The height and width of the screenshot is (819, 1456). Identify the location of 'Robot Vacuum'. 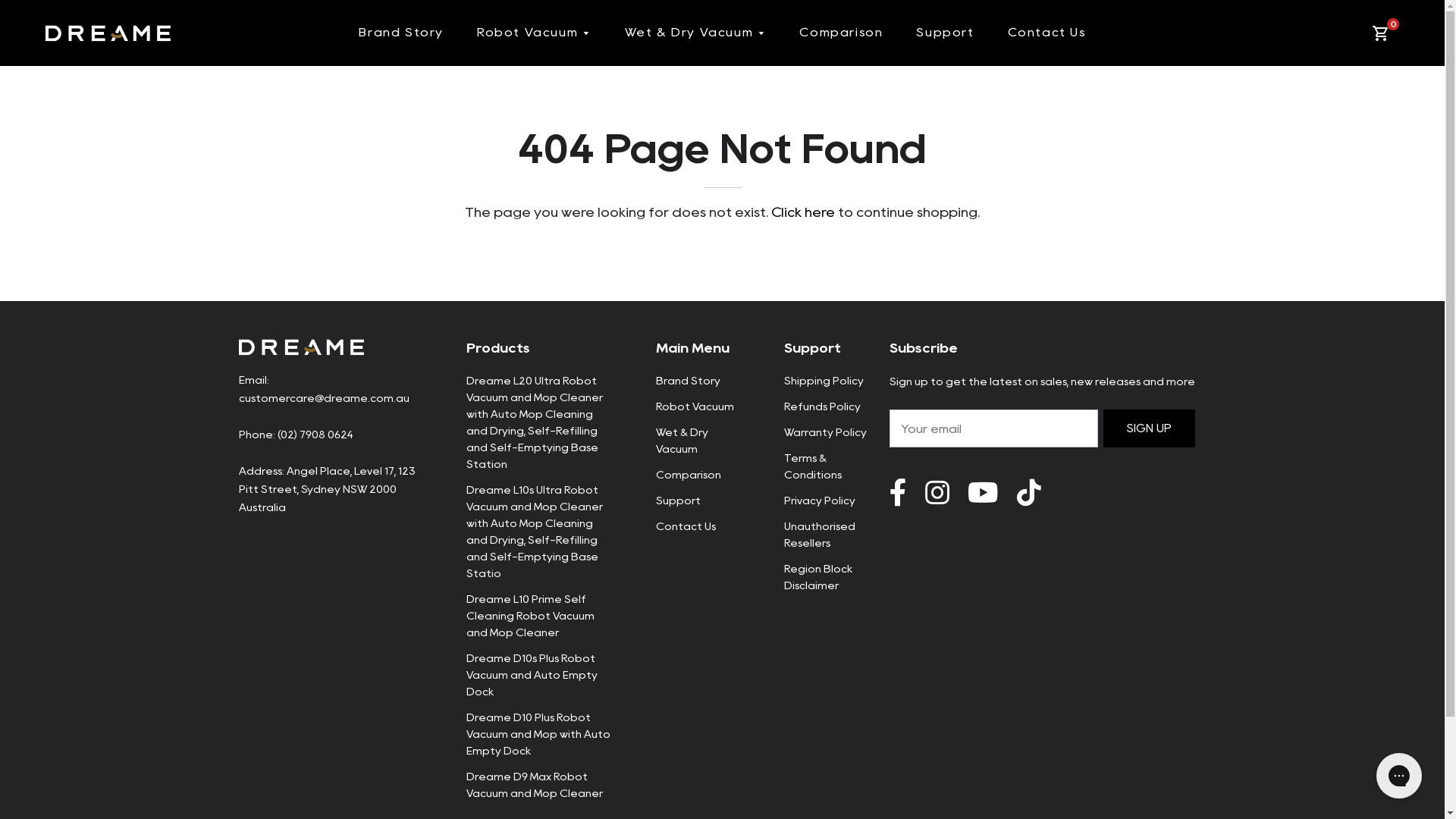
(693, 406).